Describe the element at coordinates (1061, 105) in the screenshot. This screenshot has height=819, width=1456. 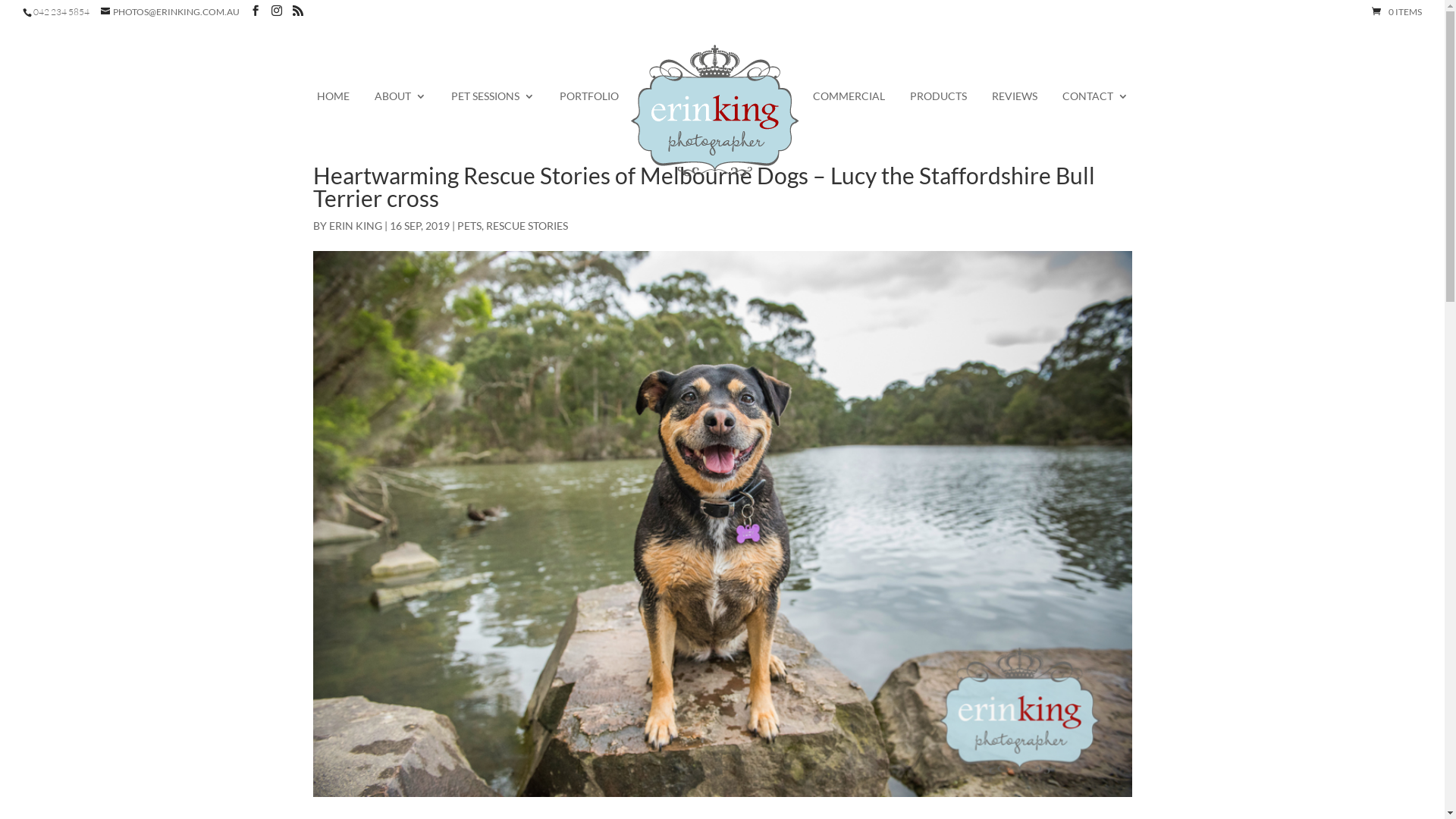
I see `'CONTACT'` at that location.